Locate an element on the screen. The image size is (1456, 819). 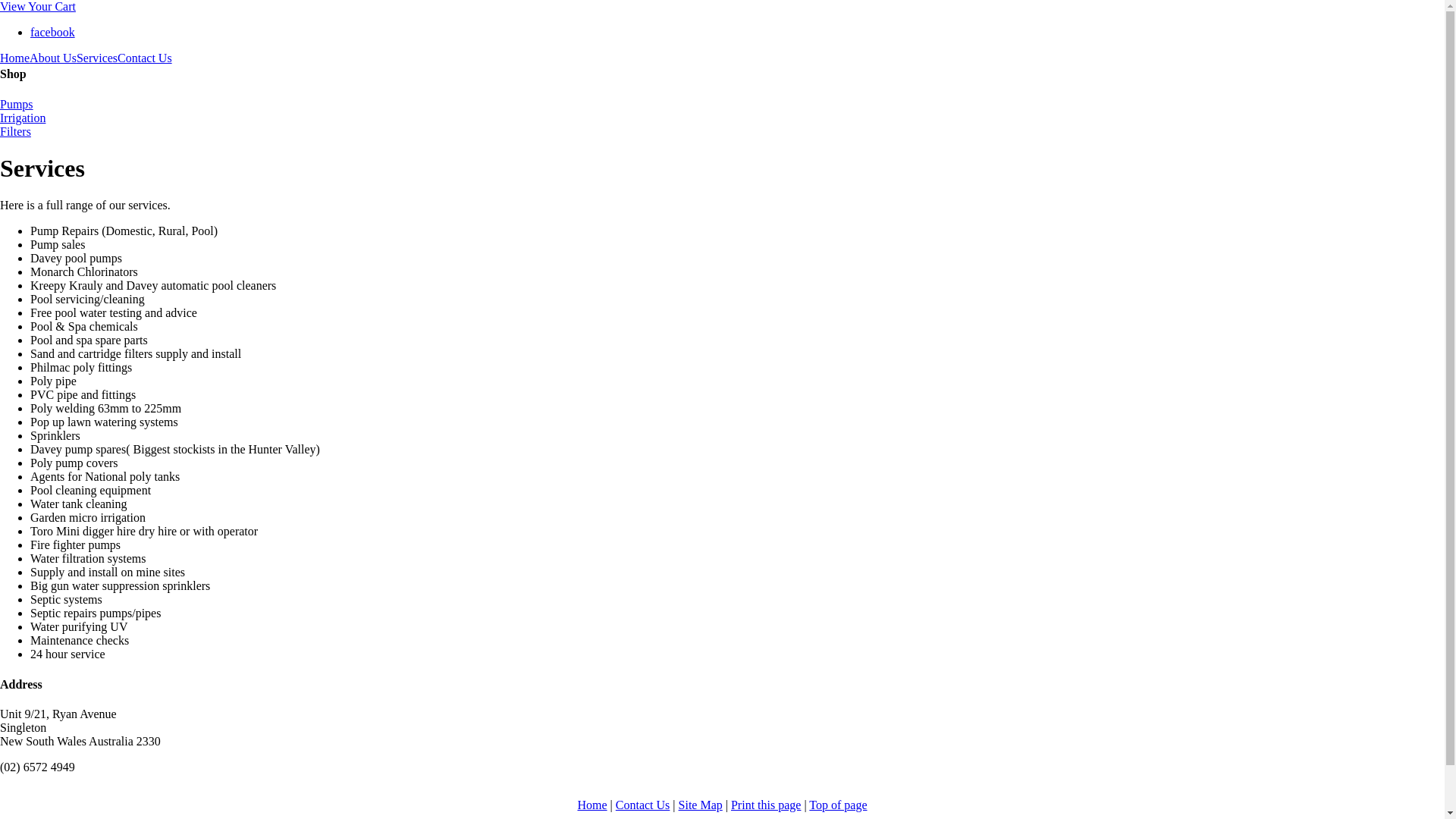
'Filters' is located at coordinates (721, 130).